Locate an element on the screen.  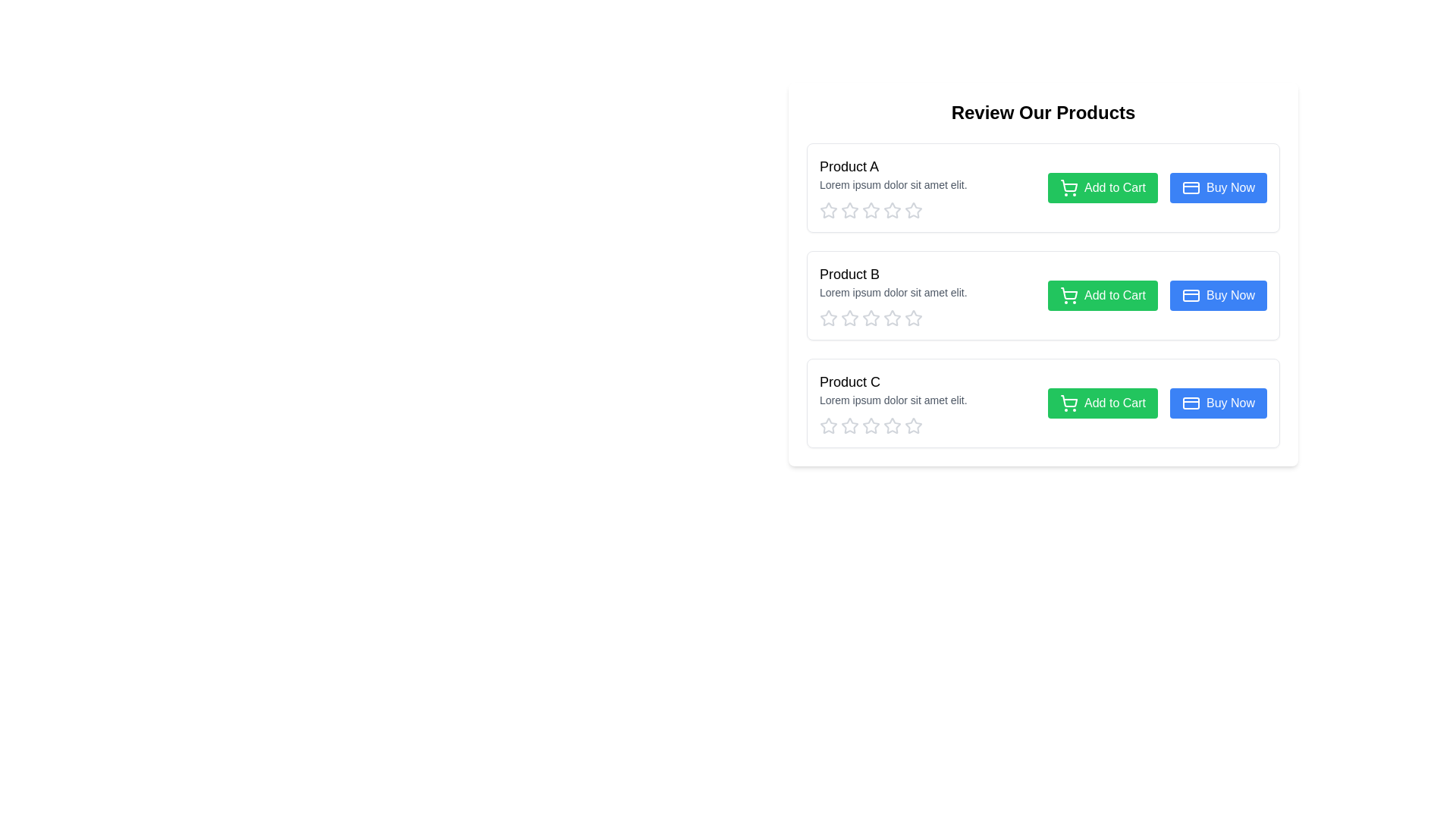
the first rating star icon located below the 'Product B' description is located at coordinates (828, 318).